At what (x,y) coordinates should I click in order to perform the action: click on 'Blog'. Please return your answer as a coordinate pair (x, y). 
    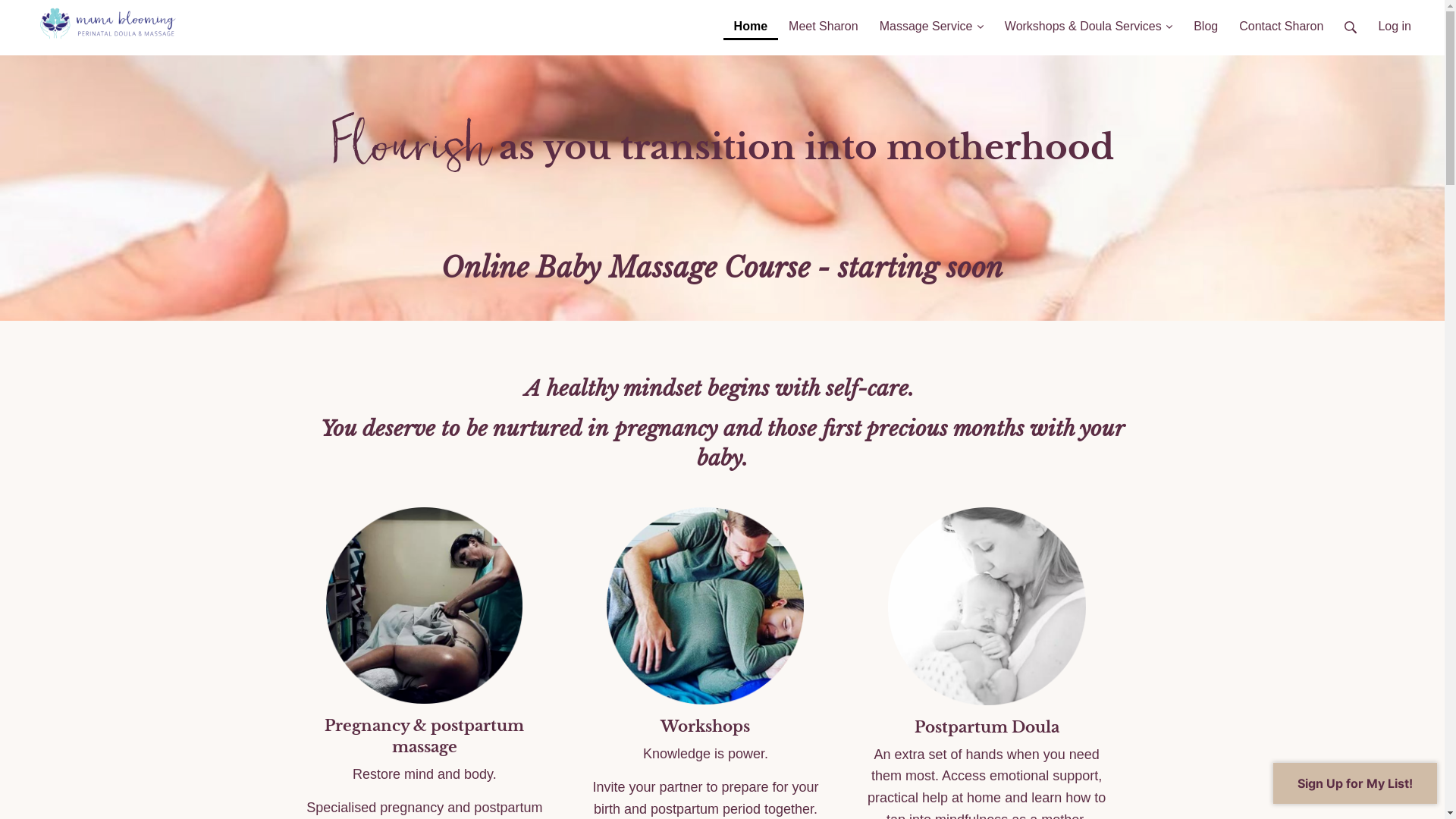
    Looking at the image, I should click on (1204, 20).